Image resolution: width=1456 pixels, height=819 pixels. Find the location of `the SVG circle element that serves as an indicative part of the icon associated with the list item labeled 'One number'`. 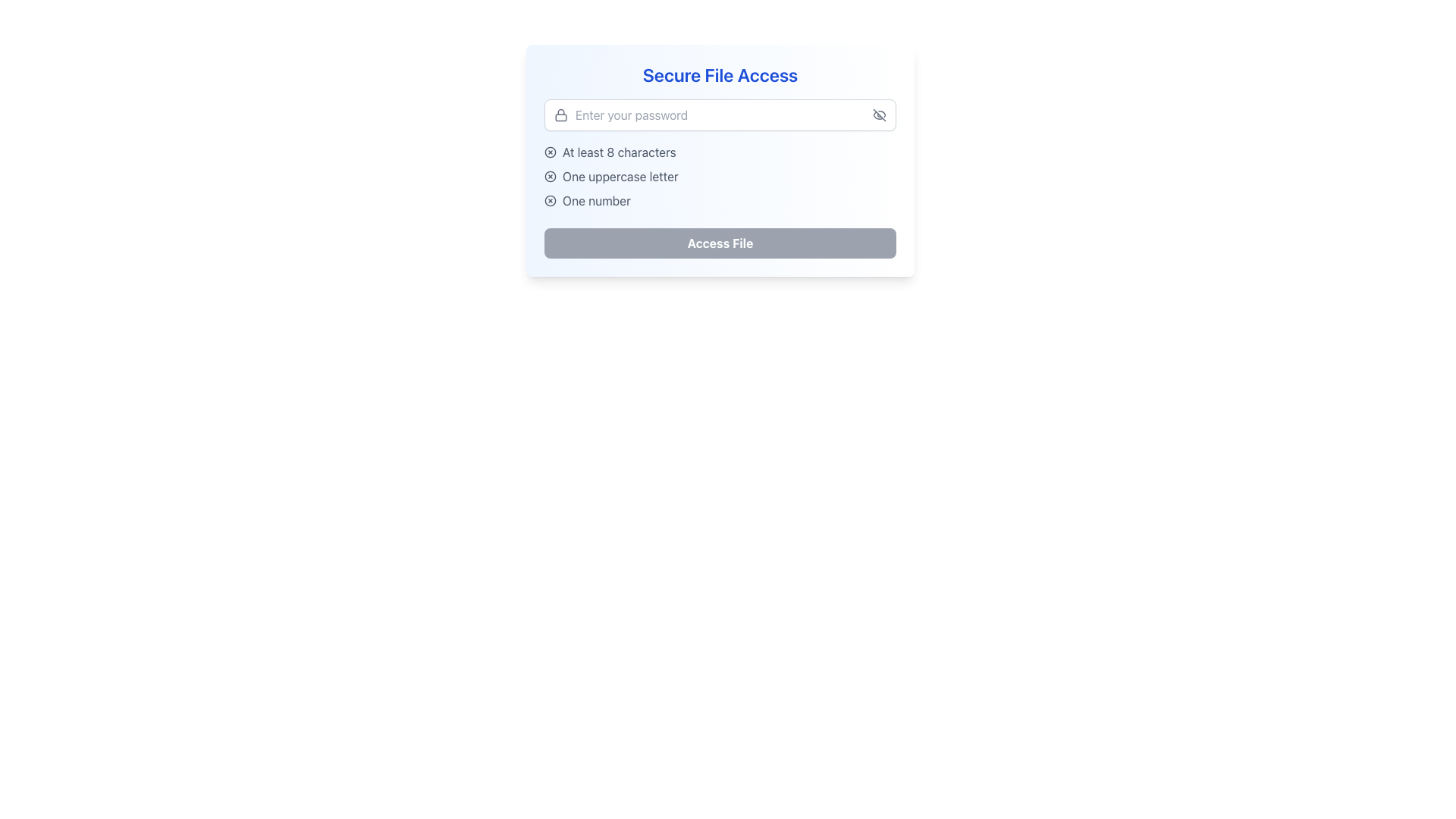

the SVG circle element that serves as an indicative part of the icon associated with the list item labeled 'One number' is located at coordinates (549, 200).